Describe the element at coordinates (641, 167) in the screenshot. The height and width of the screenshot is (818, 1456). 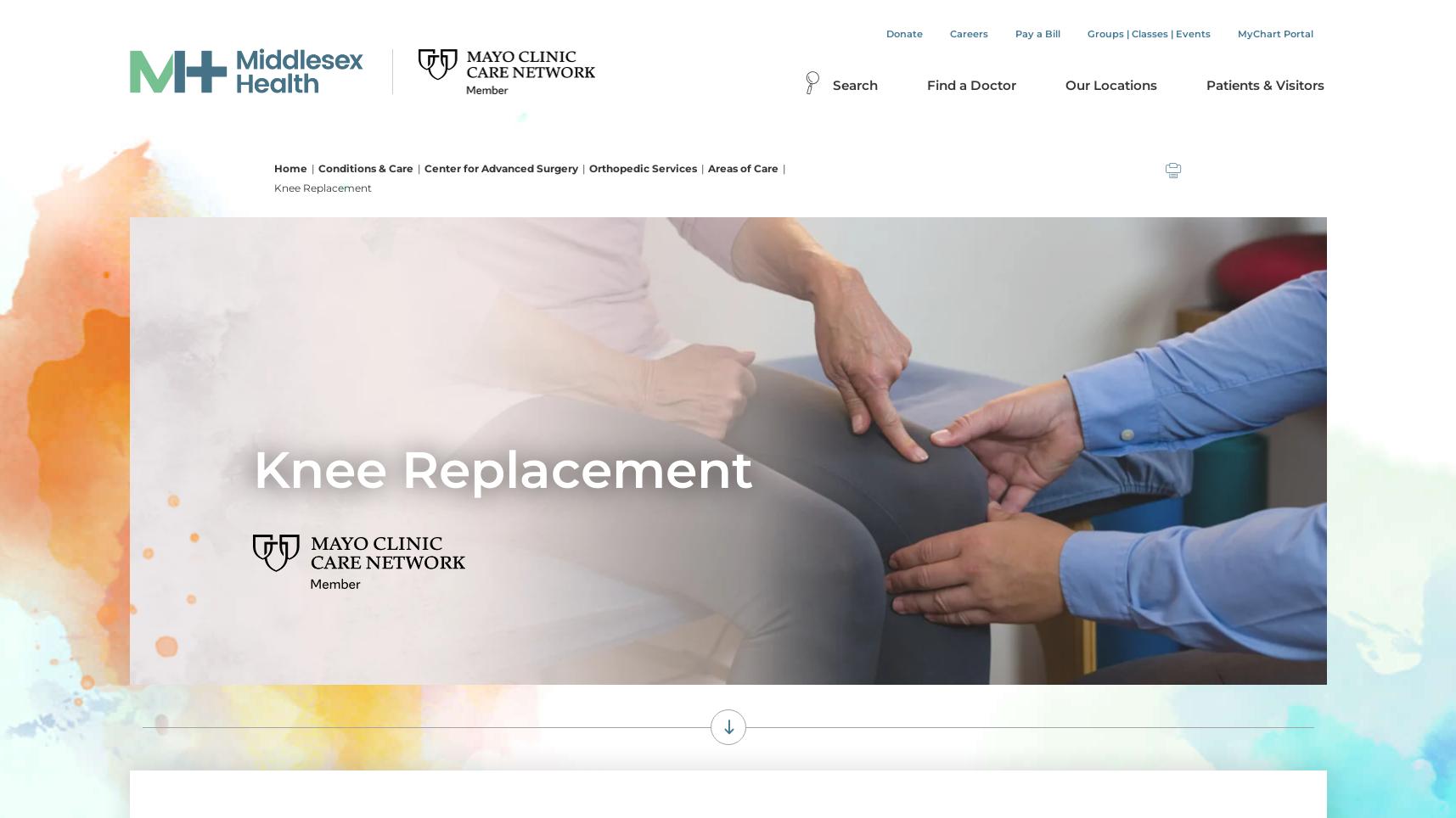
I see `'Orthopedic Services'` at that location.